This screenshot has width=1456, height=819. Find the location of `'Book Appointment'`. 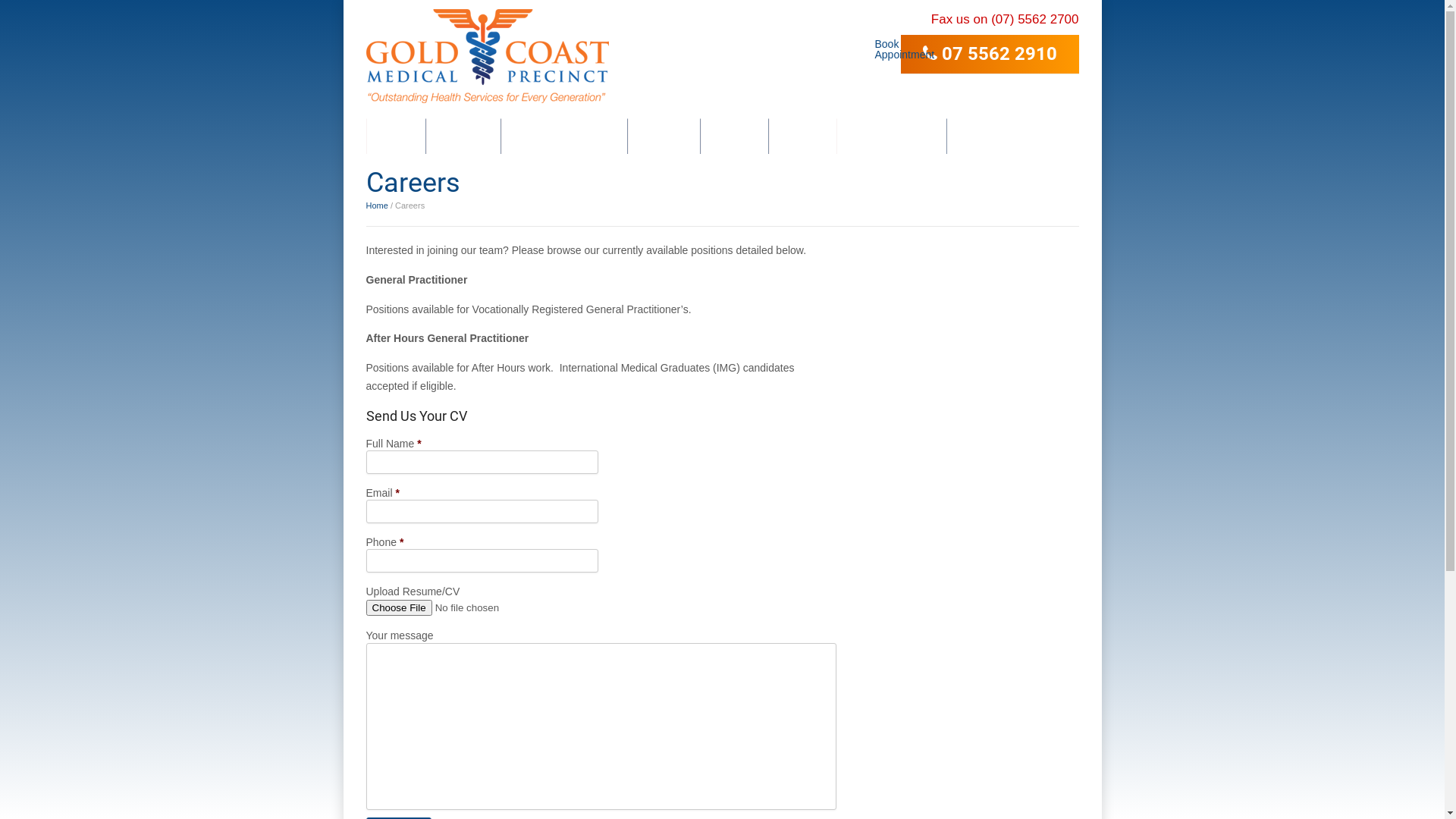

'Book Appointment' is located at coordinates (880, 42).